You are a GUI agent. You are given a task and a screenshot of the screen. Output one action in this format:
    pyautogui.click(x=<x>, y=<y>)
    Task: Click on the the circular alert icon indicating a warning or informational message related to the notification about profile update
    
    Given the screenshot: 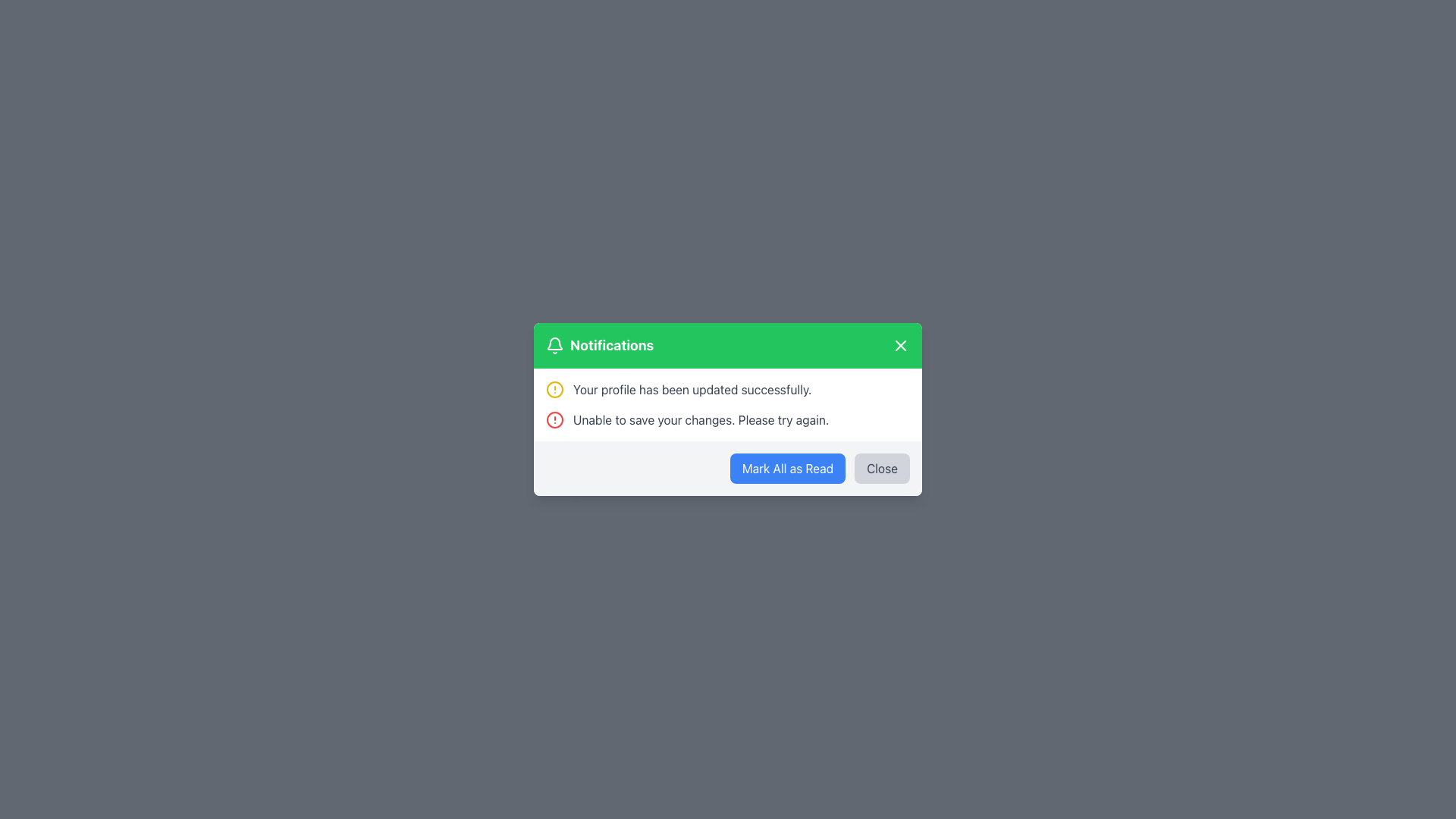 What is the action you would take?
    pyautogui.click(x=554, y=388)
    